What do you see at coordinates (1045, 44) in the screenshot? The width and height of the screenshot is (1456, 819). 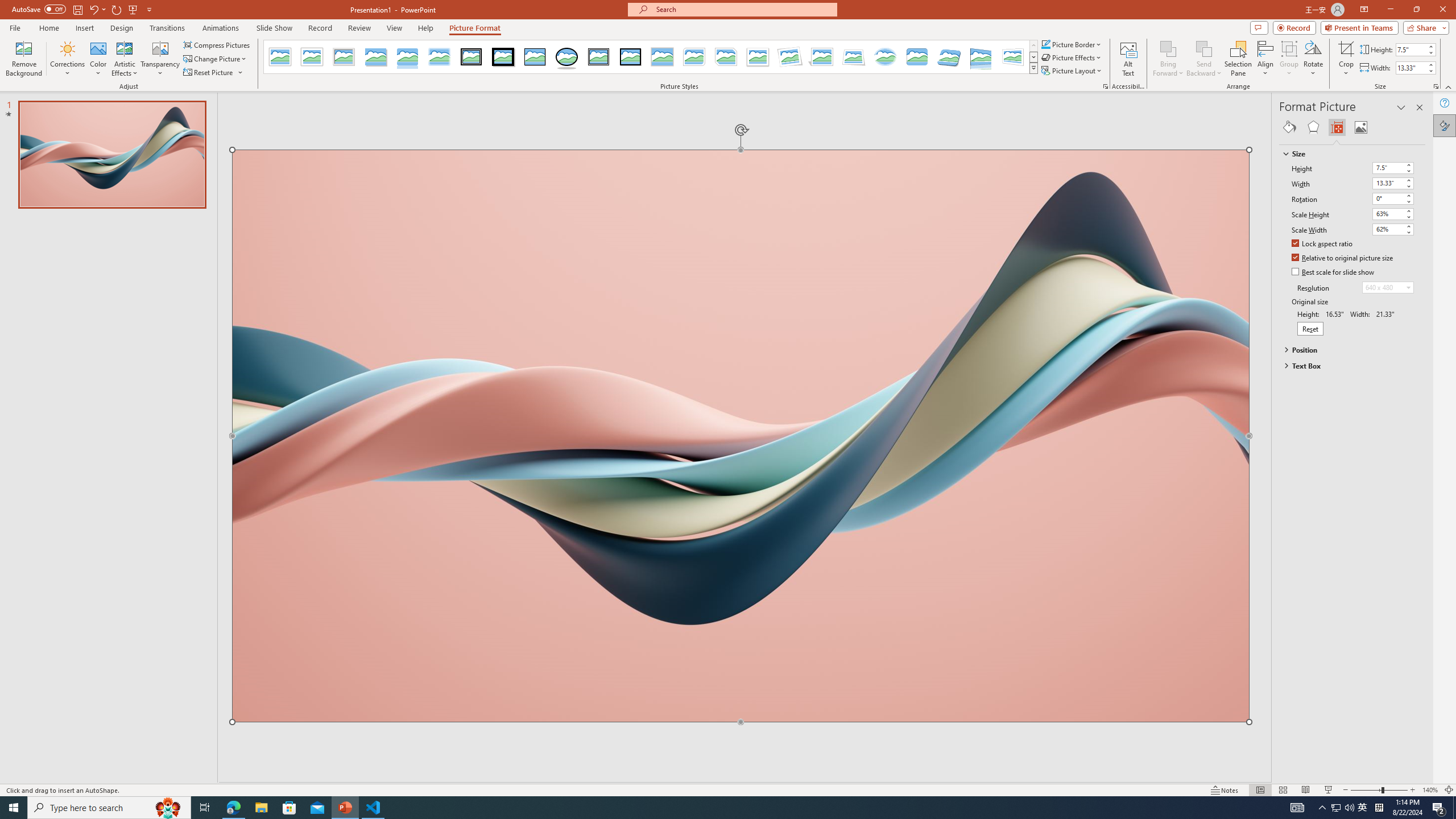 I see `'Picture Border Blue, Accent 1'` at bounding box center [1045, 44].